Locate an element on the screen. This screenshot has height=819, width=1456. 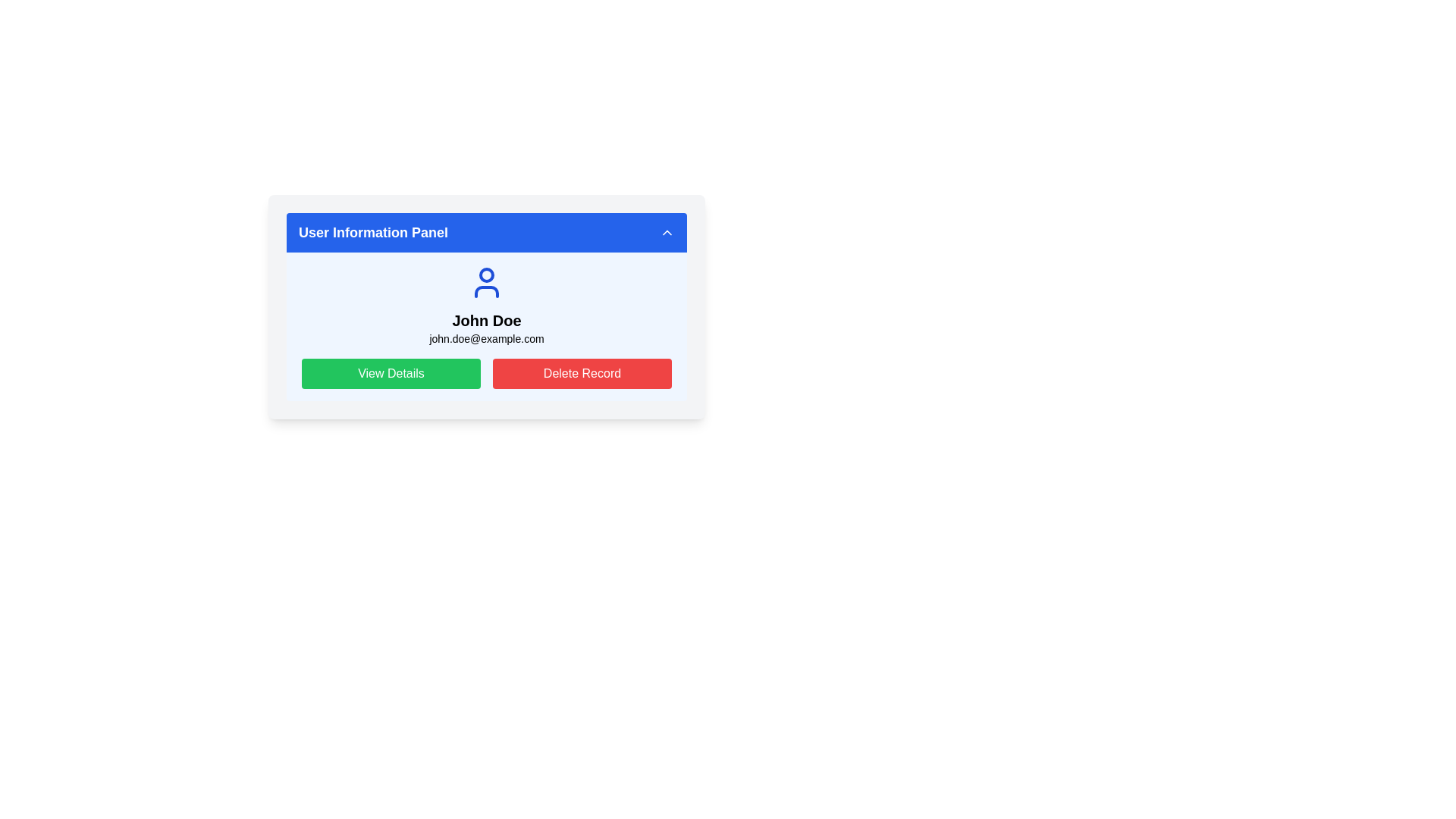
the text element displaying the email address, which is styled in small font and positioned below the bold title 'John Doe' in the user information panel is located at coordinates (487, 338).